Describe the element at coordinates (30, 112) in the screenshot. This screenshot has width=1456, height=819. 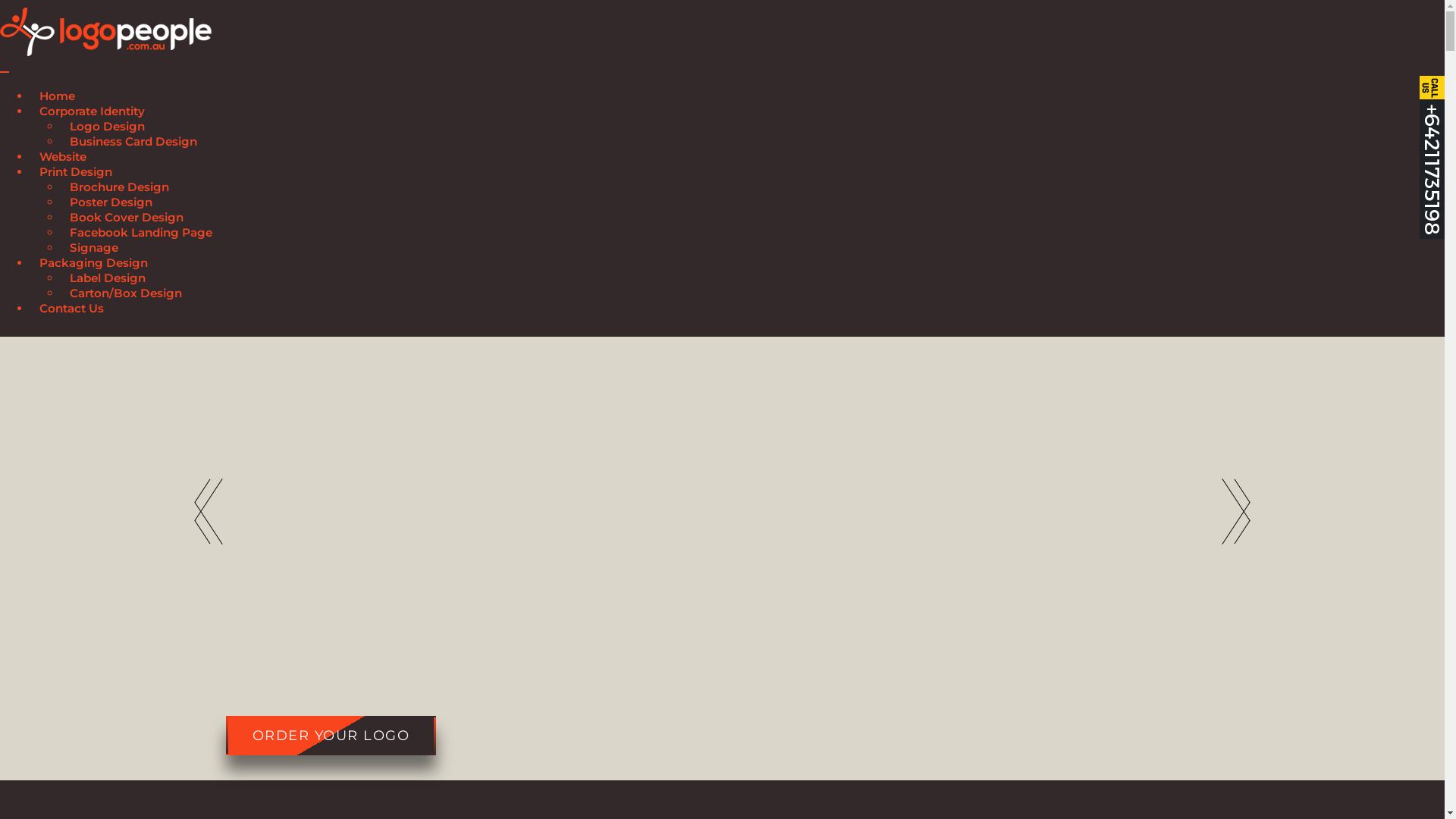
I see `'Corporate Identity'` at that location.